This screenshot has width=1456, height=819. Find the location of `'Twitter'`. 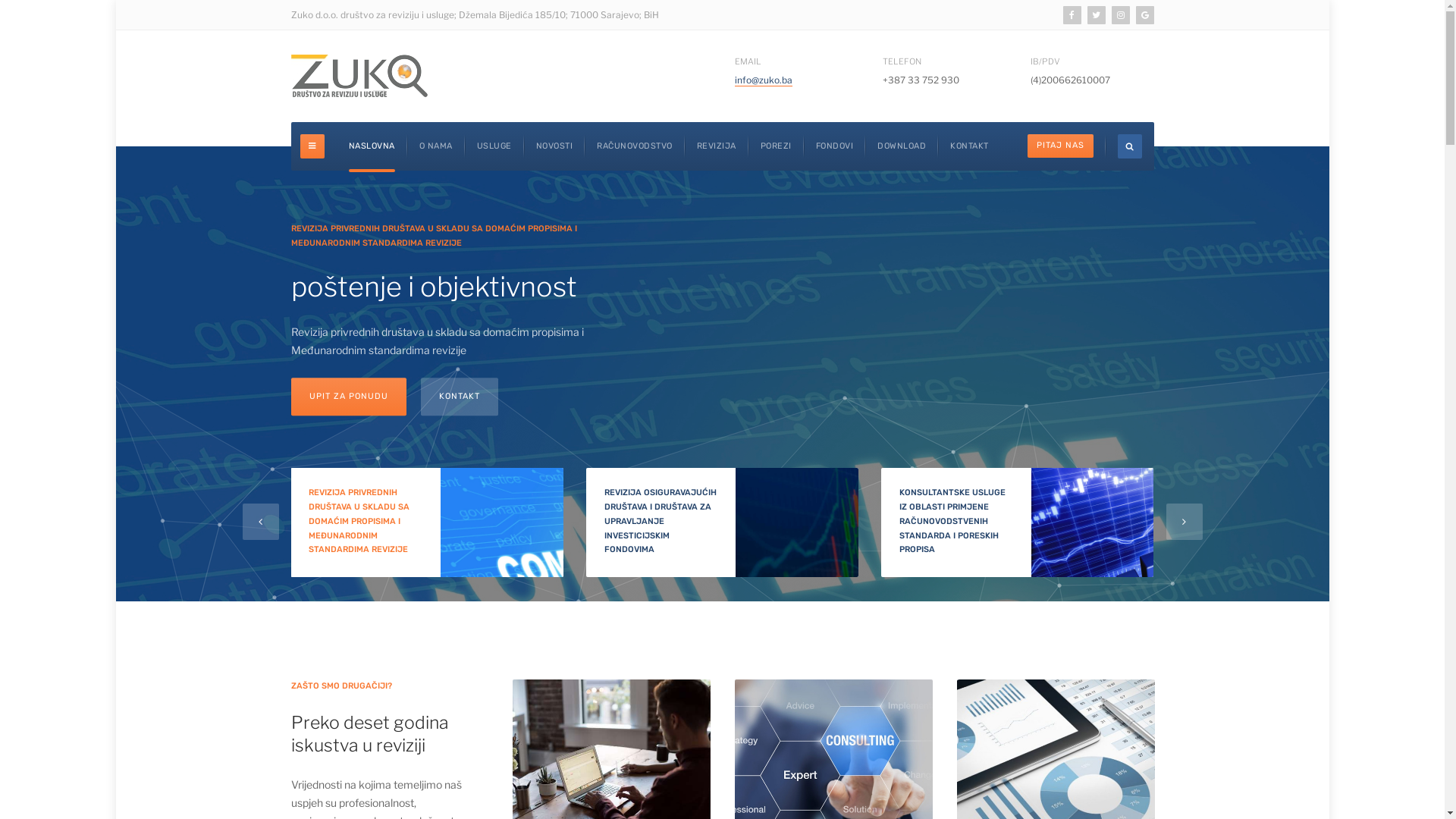

'Twitter' is located at coordinates (1096, 14).